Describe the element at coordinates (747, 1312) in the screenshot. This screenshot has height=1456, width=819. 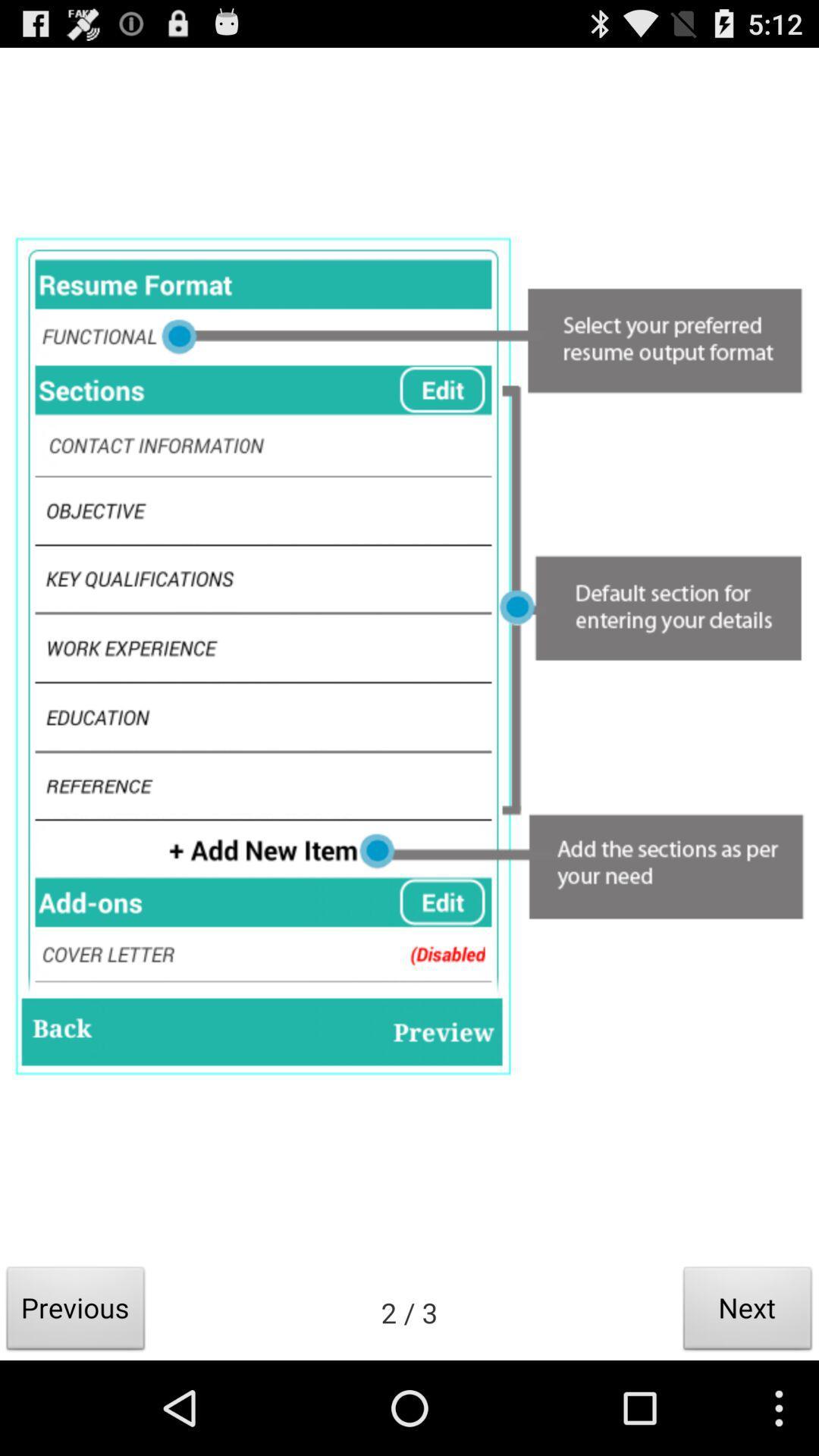
I see `the item at the bottom right corner` at that location.